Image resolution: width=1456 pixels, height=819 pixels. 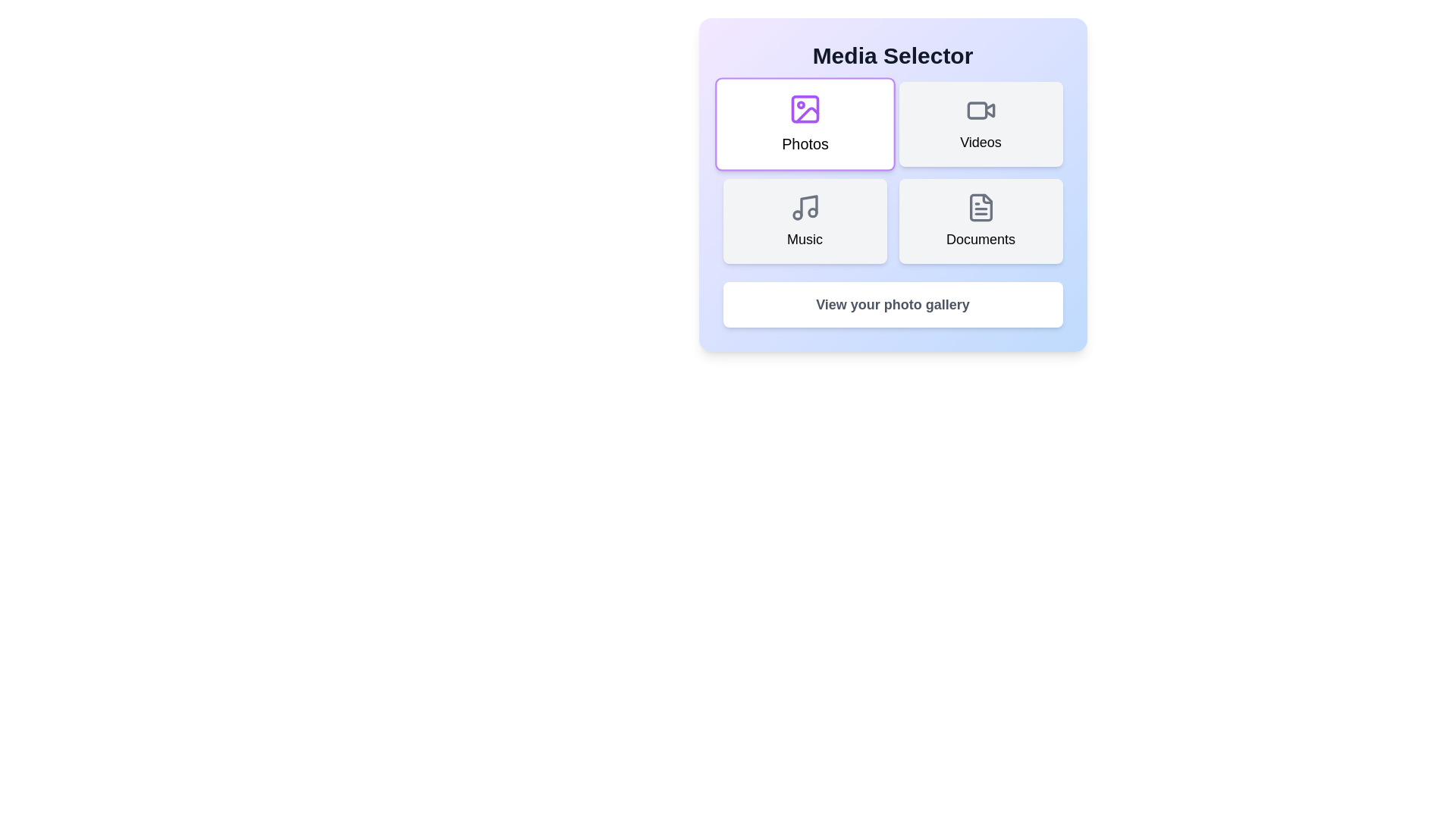 What do you see at coordinates (804, 124) in the screenshot?
I see `the button corresponding to Photos to select it` at bounding box center [804, 124].